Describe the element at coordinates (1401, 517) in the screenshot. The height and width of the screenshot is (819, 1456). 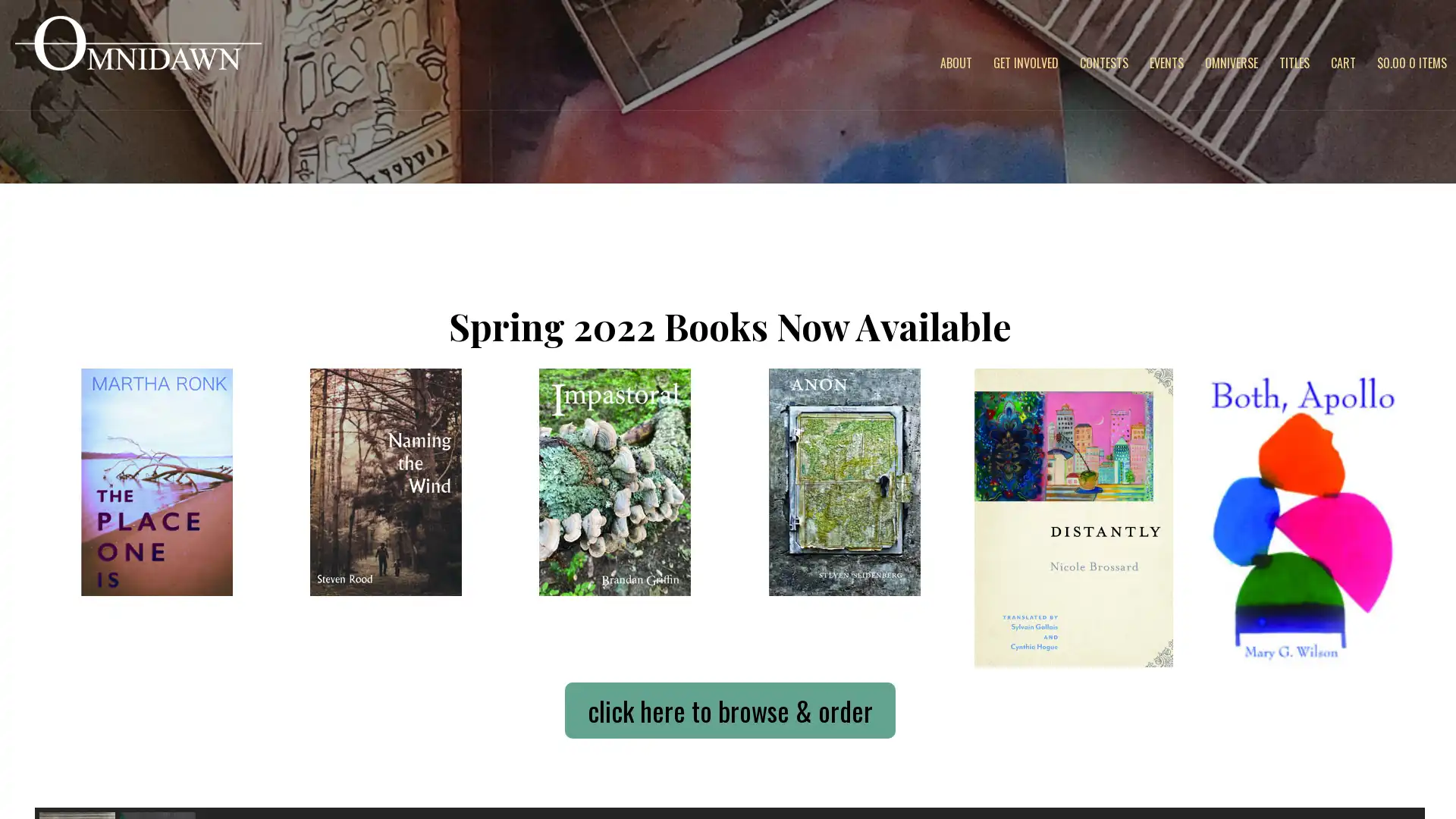
I see `next arrow` at that location.